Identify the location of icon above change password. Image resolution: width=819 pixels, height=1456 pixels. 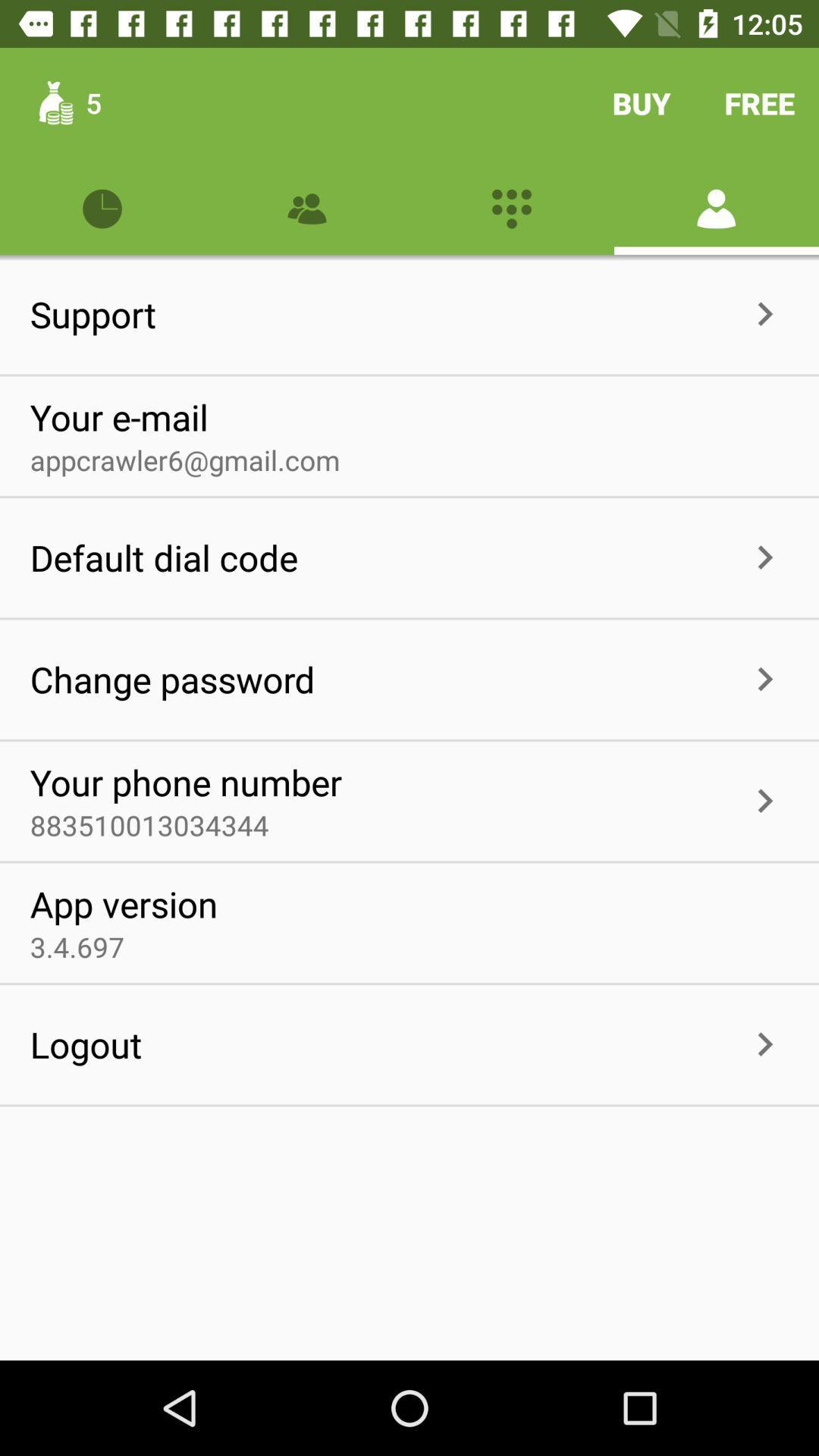
(164, 557).